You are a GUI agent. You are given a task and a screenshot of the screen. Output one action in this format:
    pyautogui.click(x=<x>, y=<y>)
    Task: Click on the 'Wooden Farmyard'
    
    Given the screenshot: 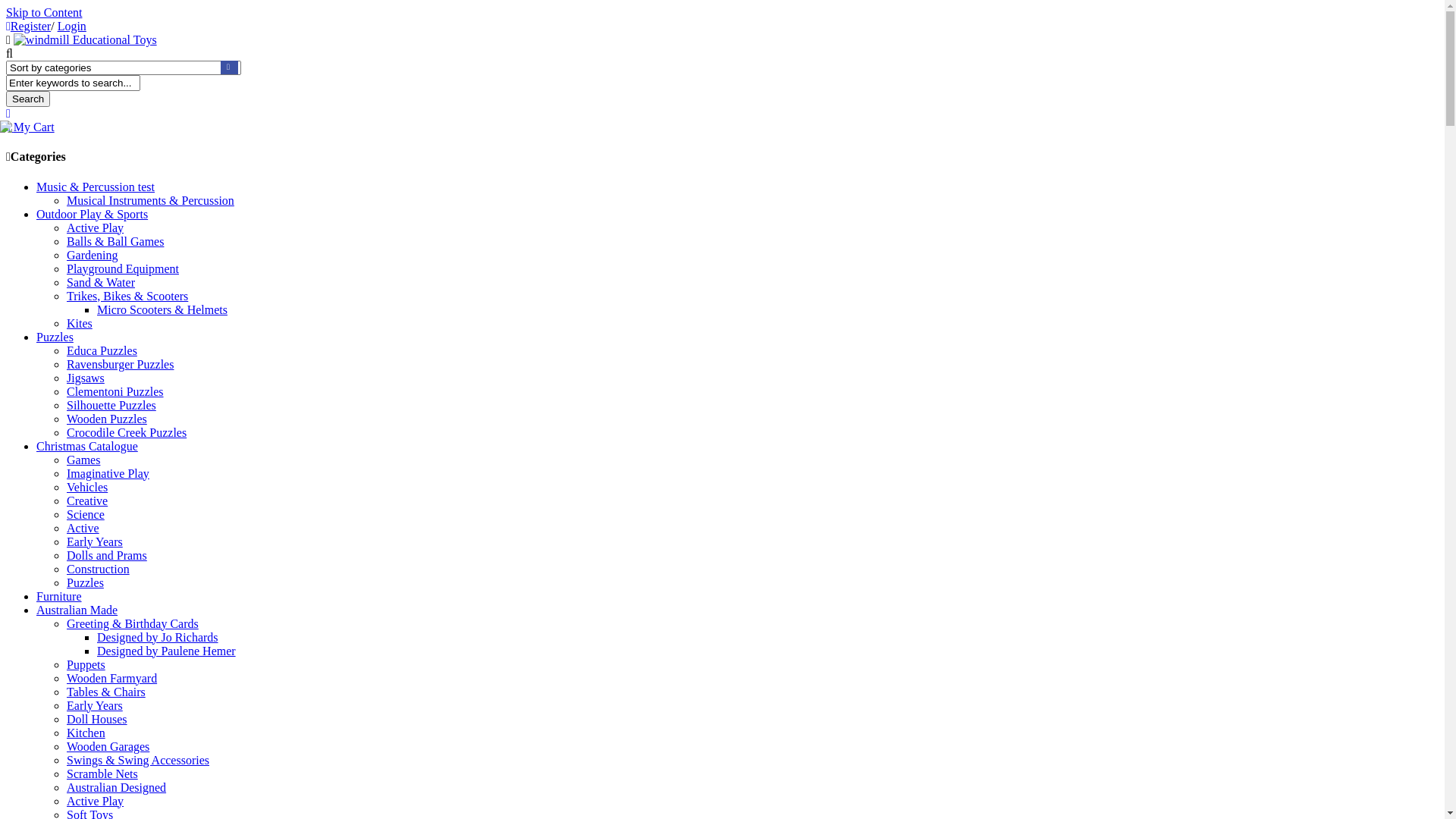 What is the action you would take?
    pyautogui.click(x=111, y=677)
    